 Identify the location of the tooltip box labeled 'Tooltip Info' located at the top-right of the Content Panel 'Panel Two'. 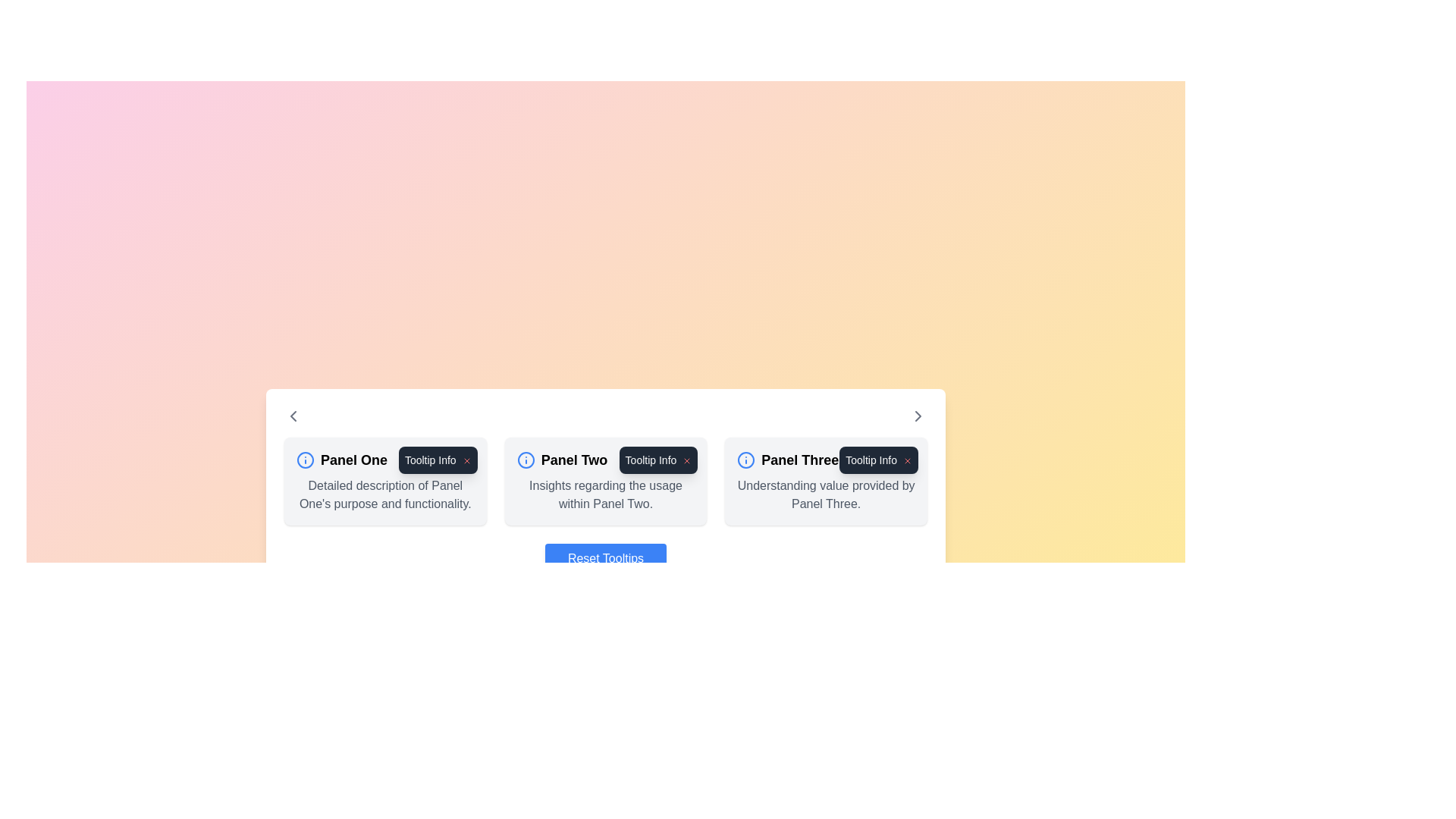
(604, 482).